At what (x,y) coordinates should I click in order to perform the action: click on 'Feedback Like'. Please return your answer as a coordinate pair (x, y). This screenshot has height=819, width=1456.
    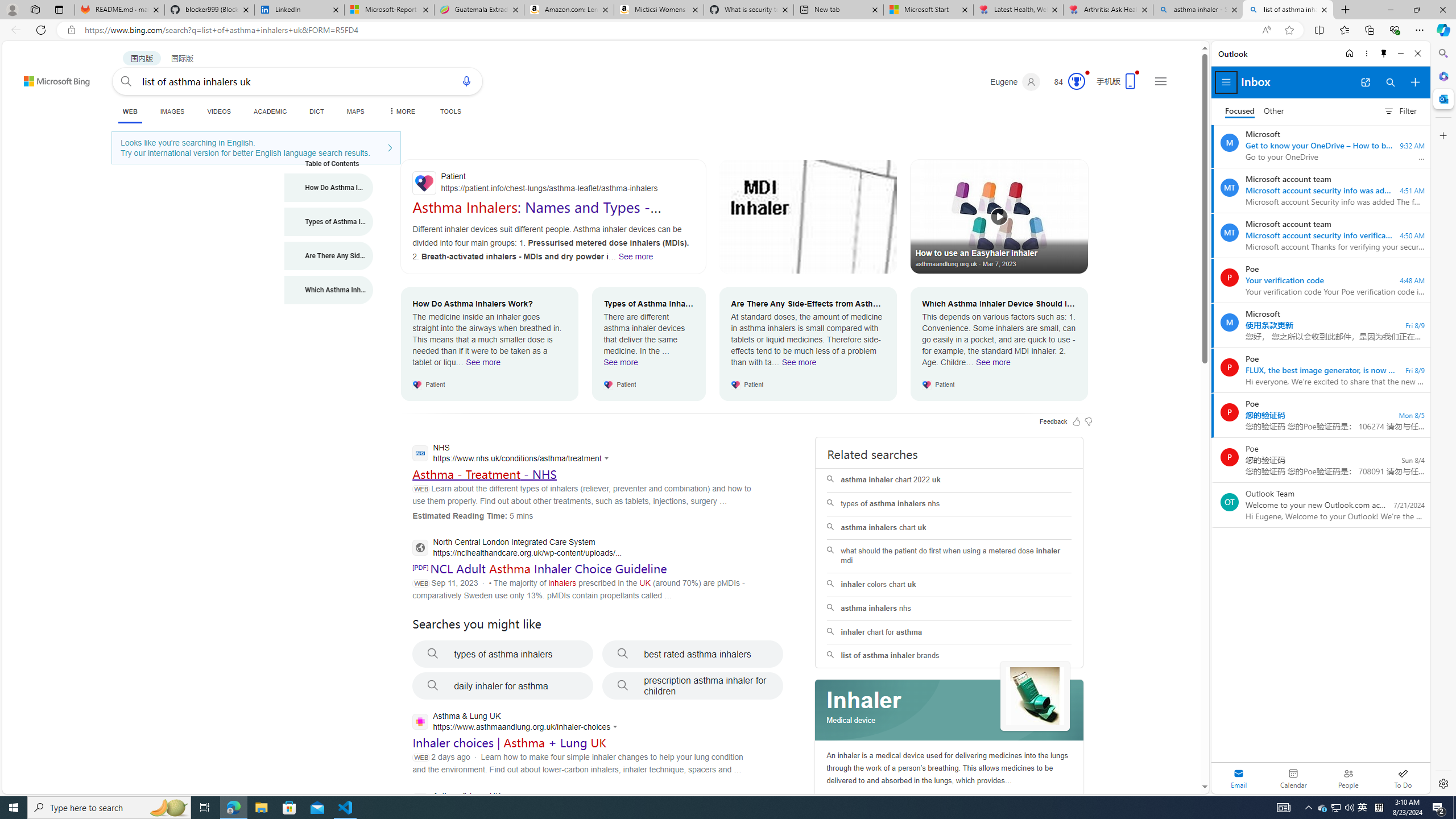
    Looking at the image, I should click on (1076, 420).